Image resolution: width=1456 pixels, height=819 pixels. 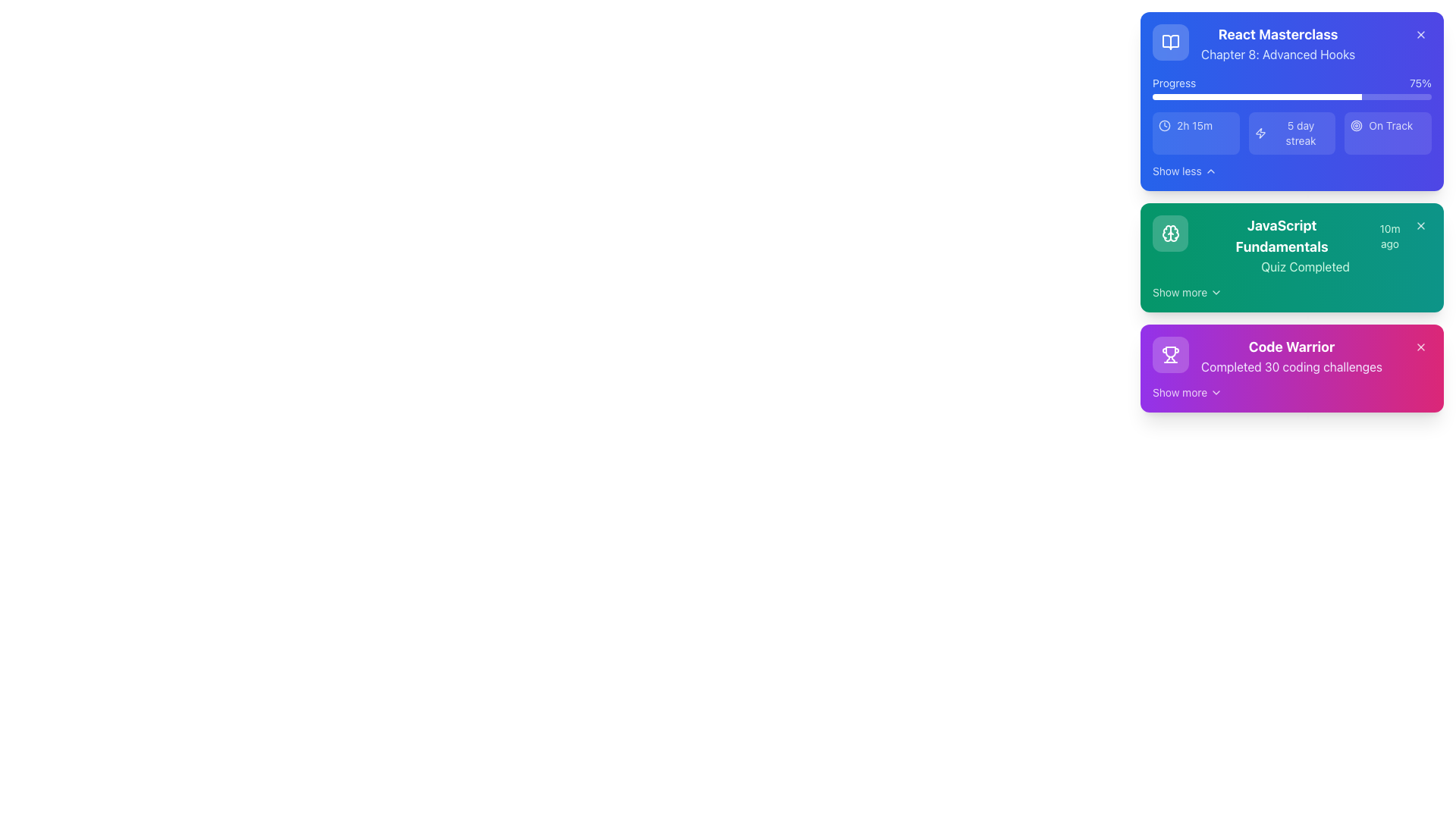 I want to click on the achievement icon displayed in the 'Code Warrior' card, which represents the accomplishment of 'Completed 30 coding challenges', so click(x=1170, y=354).